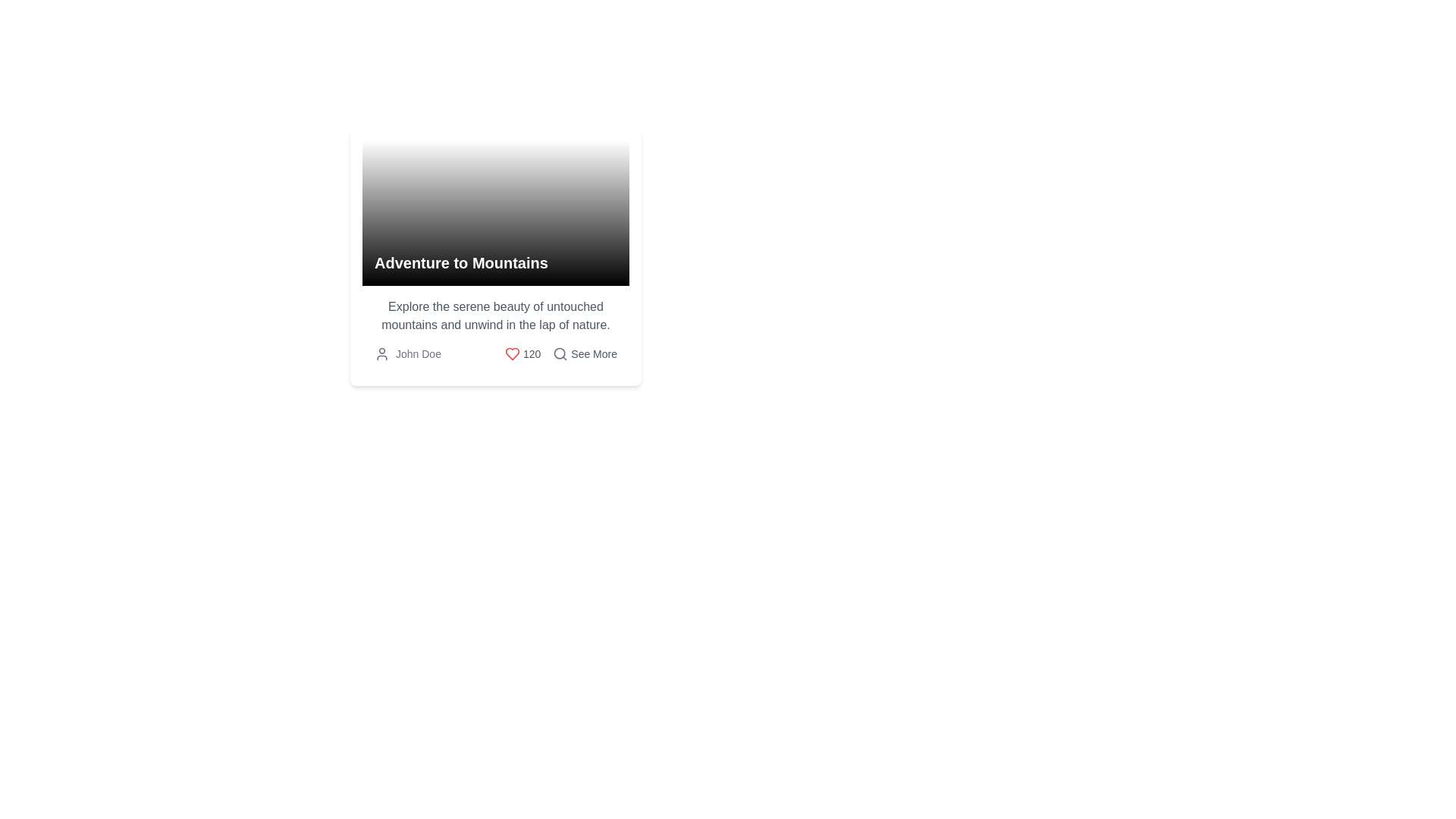 The height and width of the screenshot is (819, 1456). Describe the element at coordinates (419, 353) in the screenshot. I see `the Text label that serves as an author identifier positioned at the bottom left corner of the card, following a user profile icon` at that location.